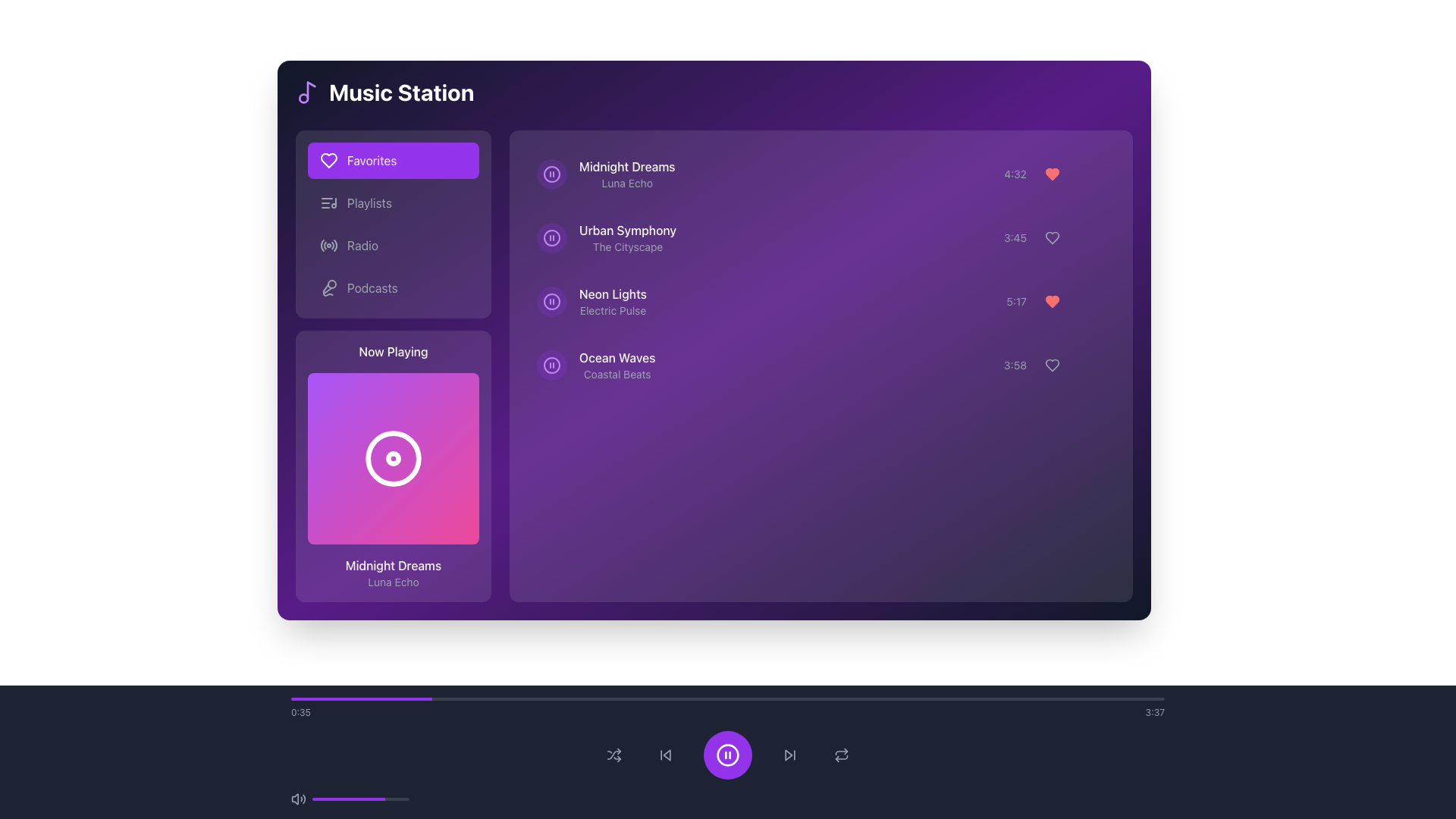 The image size is (1456, 819). I want to click on the circular red icon resembling a radio wave located in the left navigation menu under 'Favorites' and 'Playlists', so click(328, 245).